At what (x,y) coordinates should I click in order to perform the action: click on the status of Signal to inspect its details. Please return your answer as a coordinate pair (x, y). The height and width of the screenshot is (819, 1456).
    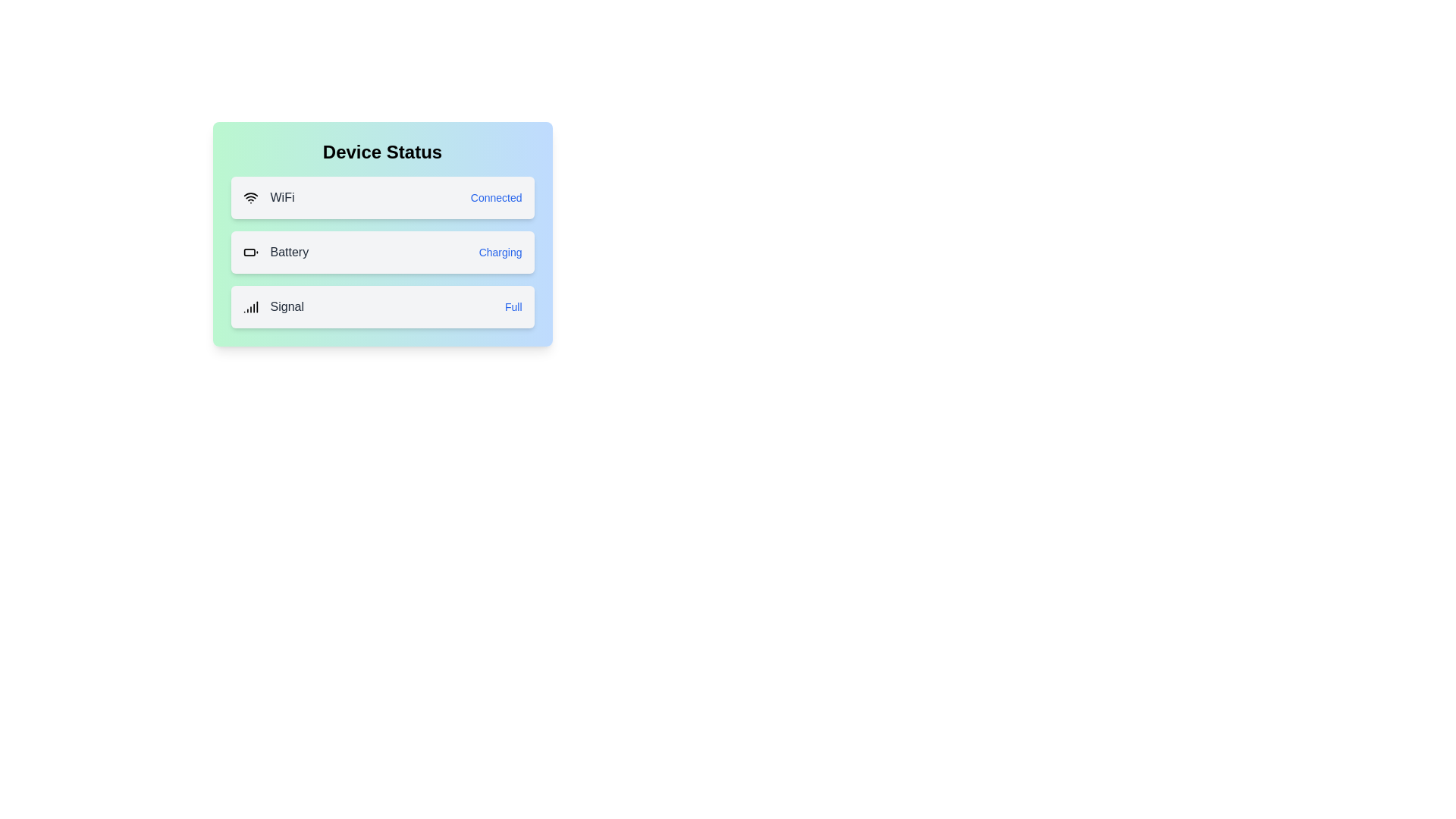
    Looking at the image, I should click on (382, 307).